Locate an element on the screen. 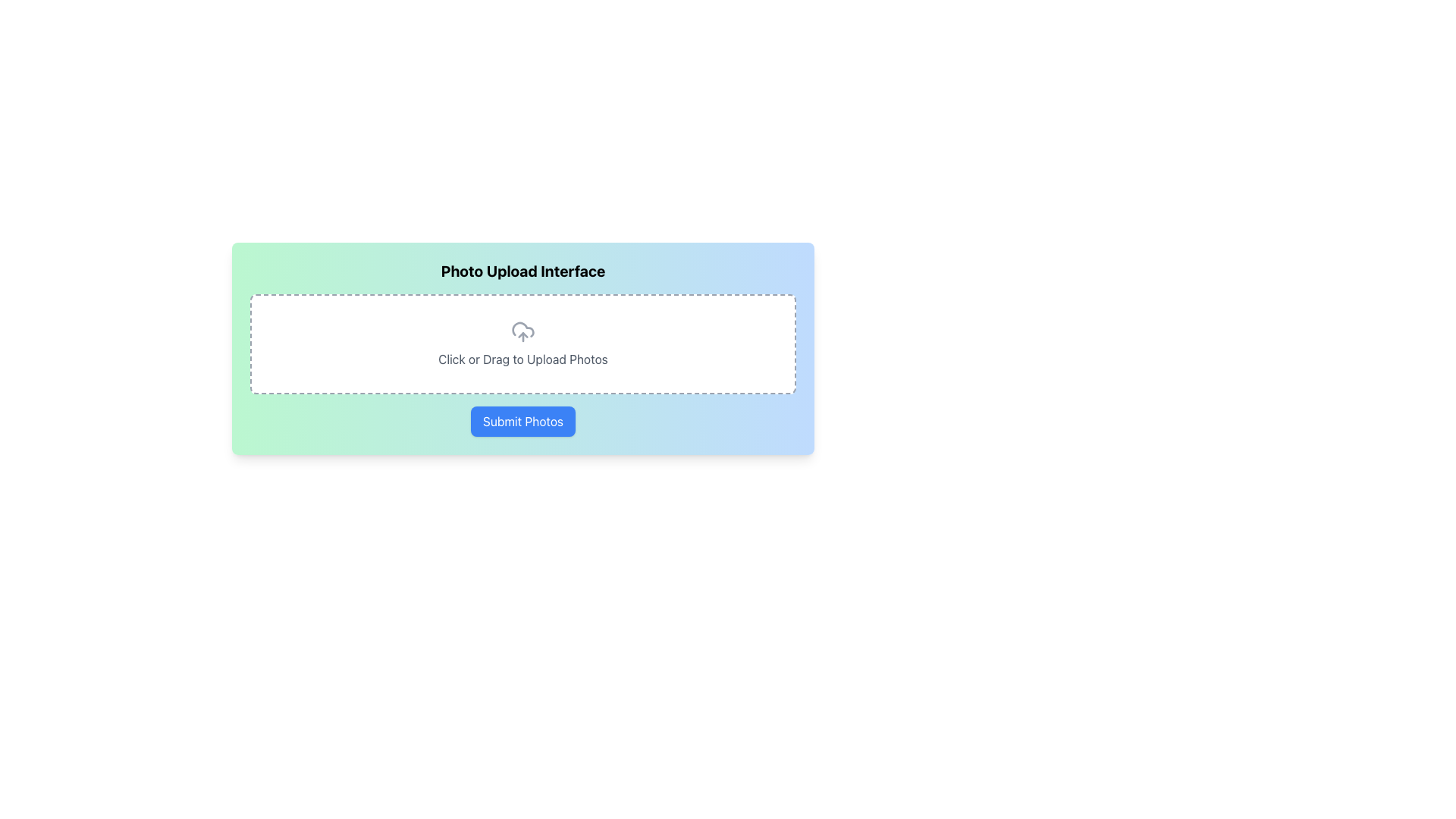  the 'Submit Photos' button with a solid blue background and white text, located at the bottom of the 'Photo Upload Interface' is located at coordinates (523, 421).